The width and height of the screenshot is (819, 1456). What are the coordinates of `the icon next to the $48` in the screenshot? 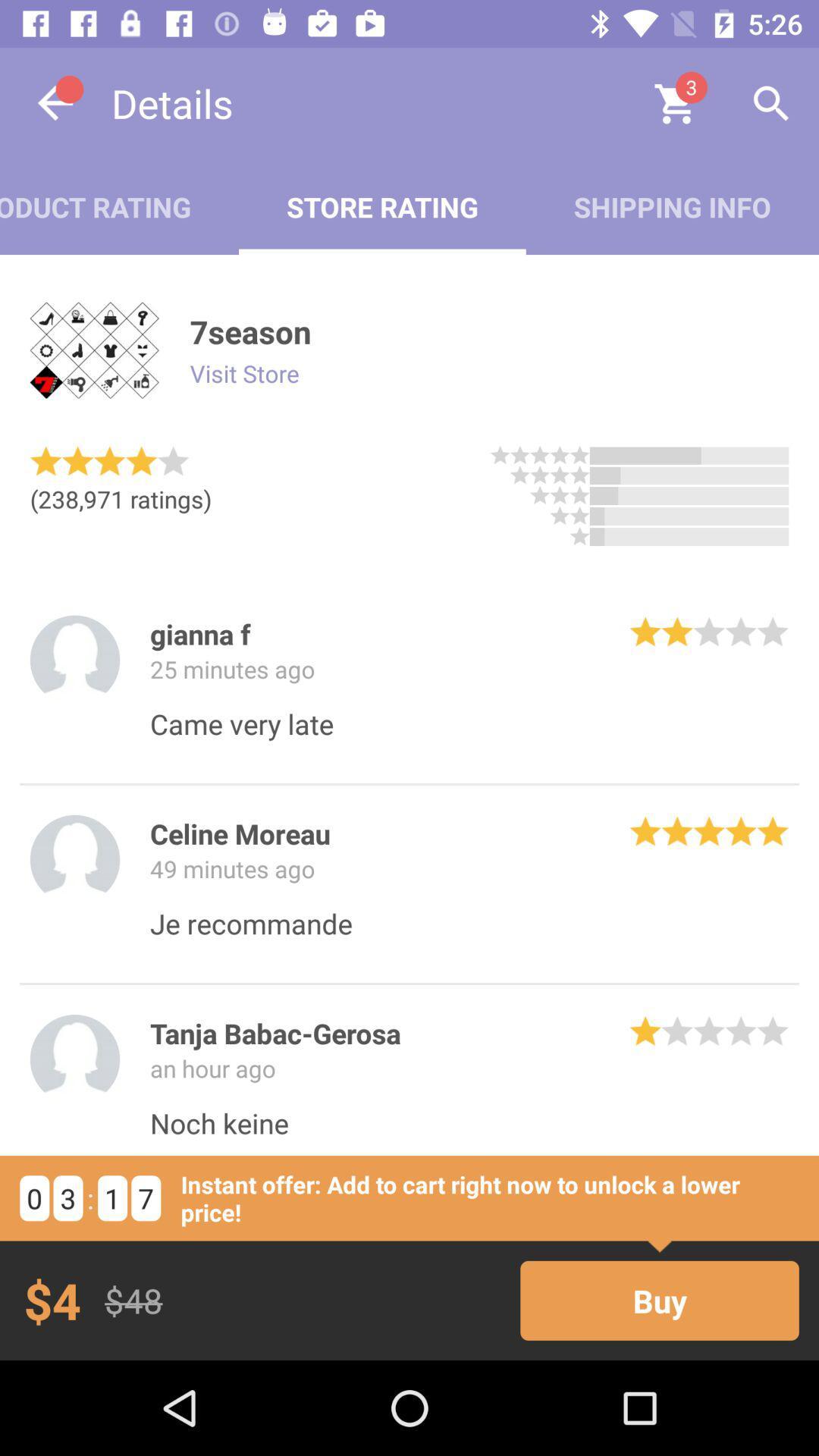 It's located at (659, 1300).